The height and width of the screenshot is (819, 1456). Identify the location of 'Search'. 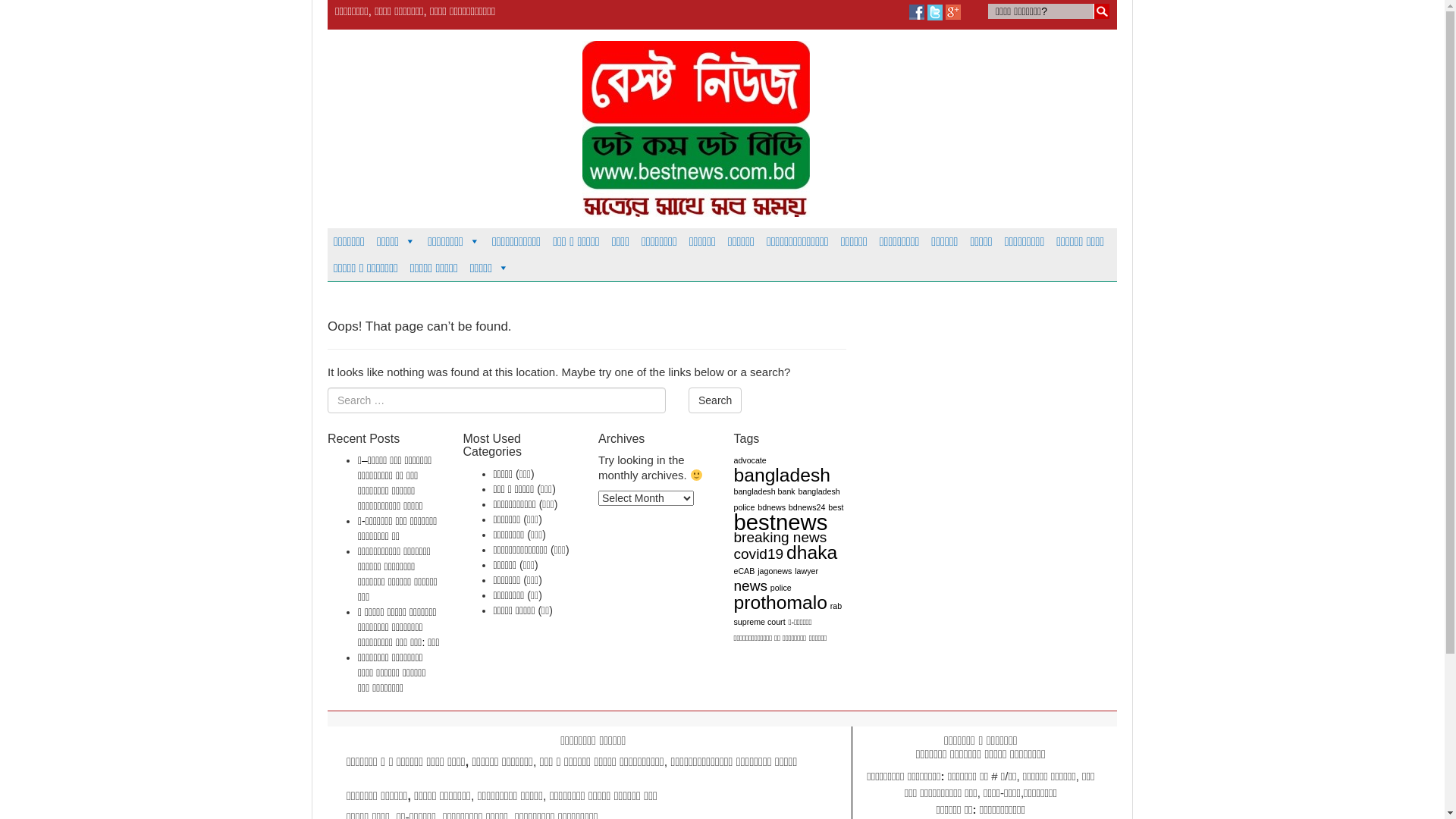
(687, 400).